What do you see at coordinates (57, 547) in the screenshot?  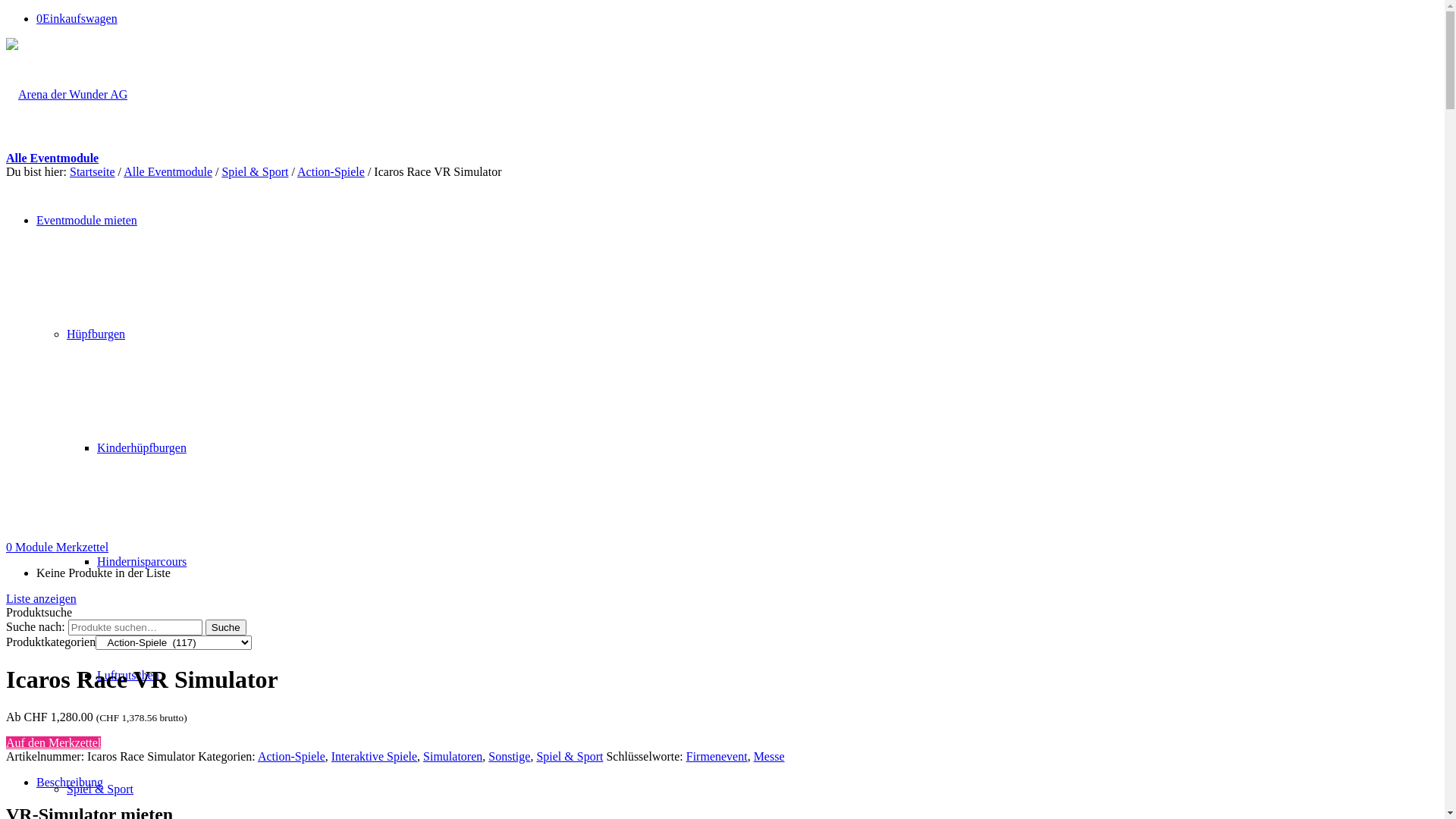 I see `'0 Module Merkzettel'` at bounding box center [57, 547].